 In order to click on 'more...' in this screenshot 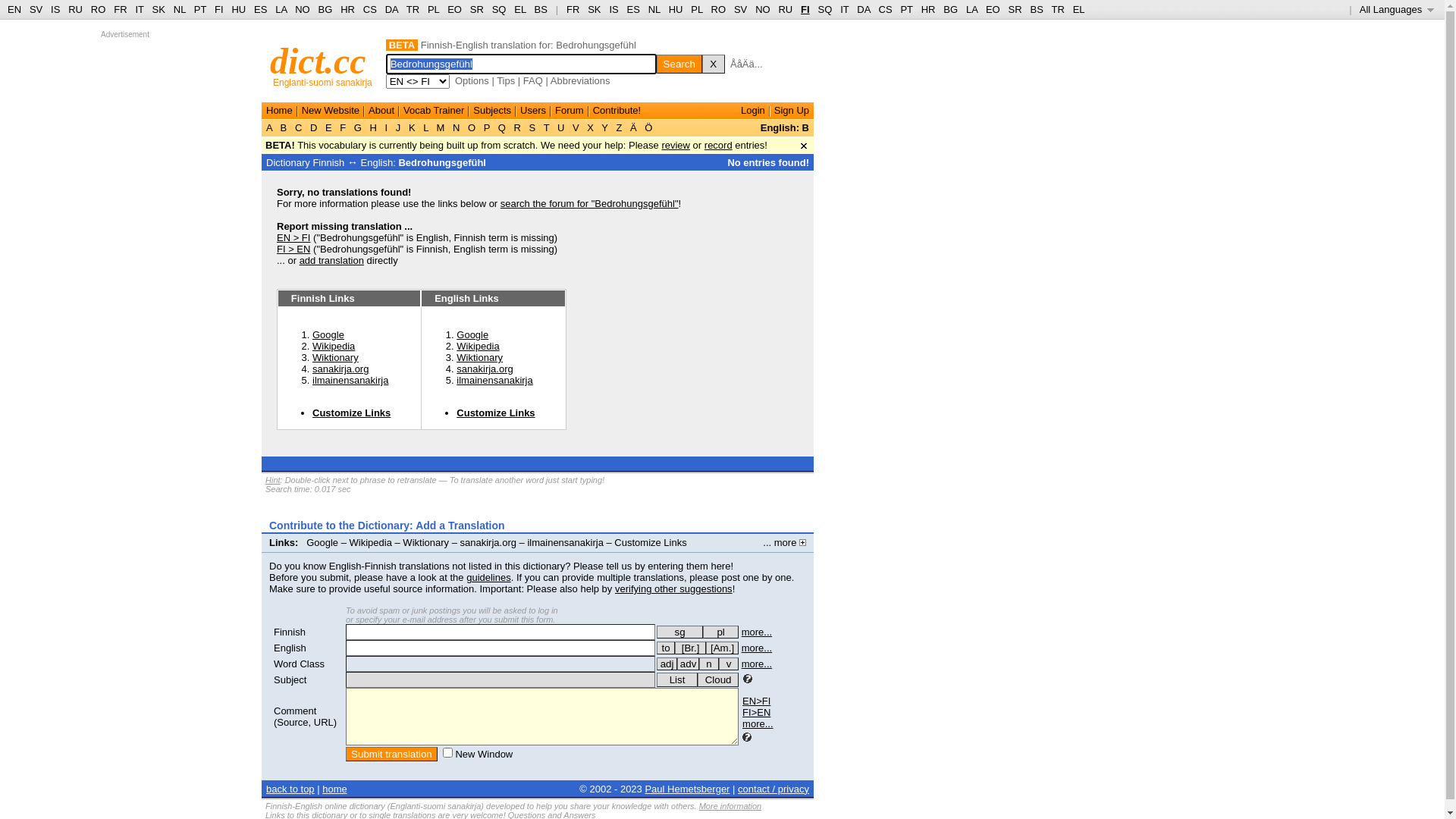, I will do `click(757, 632)`.